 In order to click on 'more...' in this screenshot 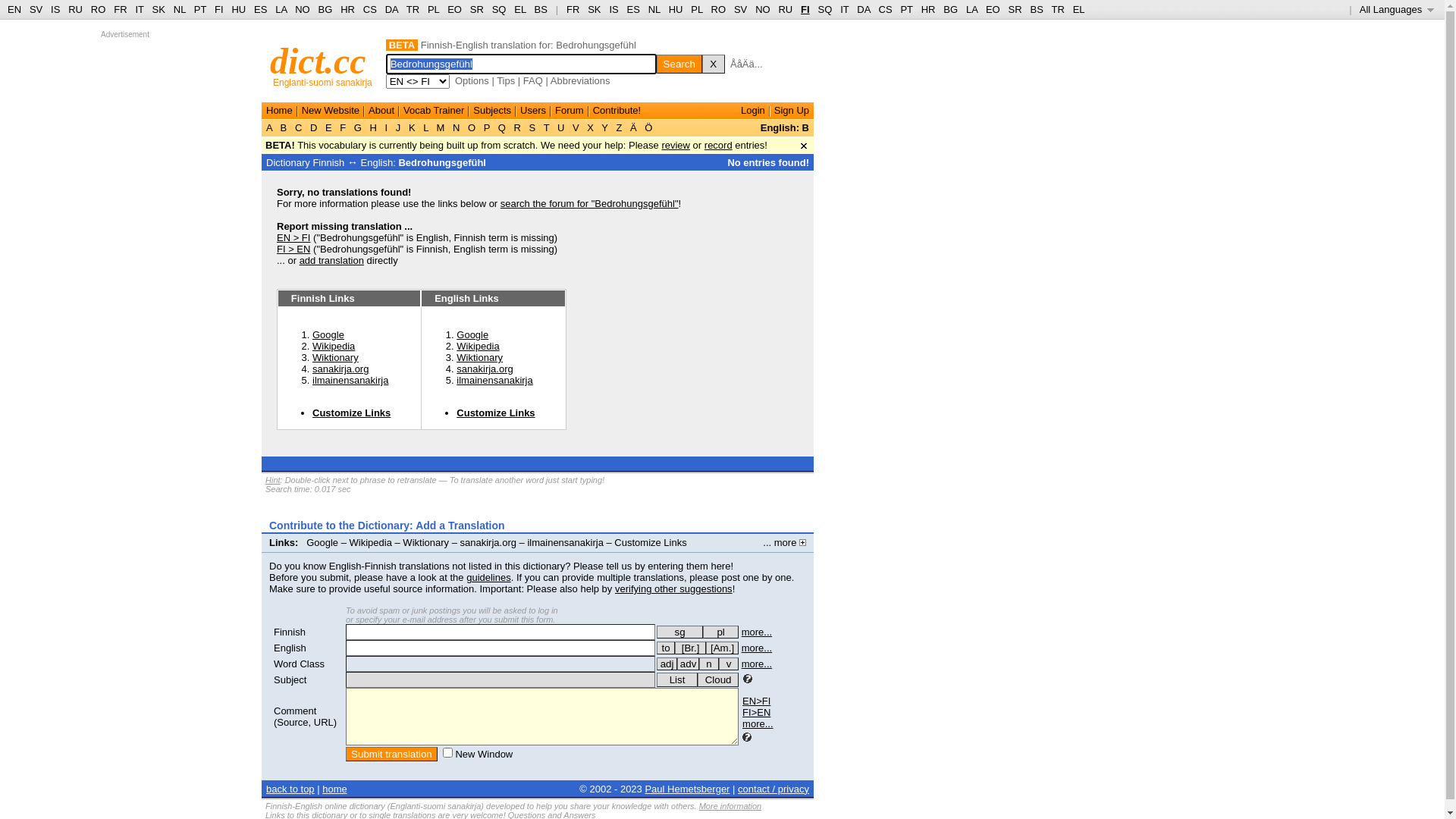, I will do `click(757, 632)`.